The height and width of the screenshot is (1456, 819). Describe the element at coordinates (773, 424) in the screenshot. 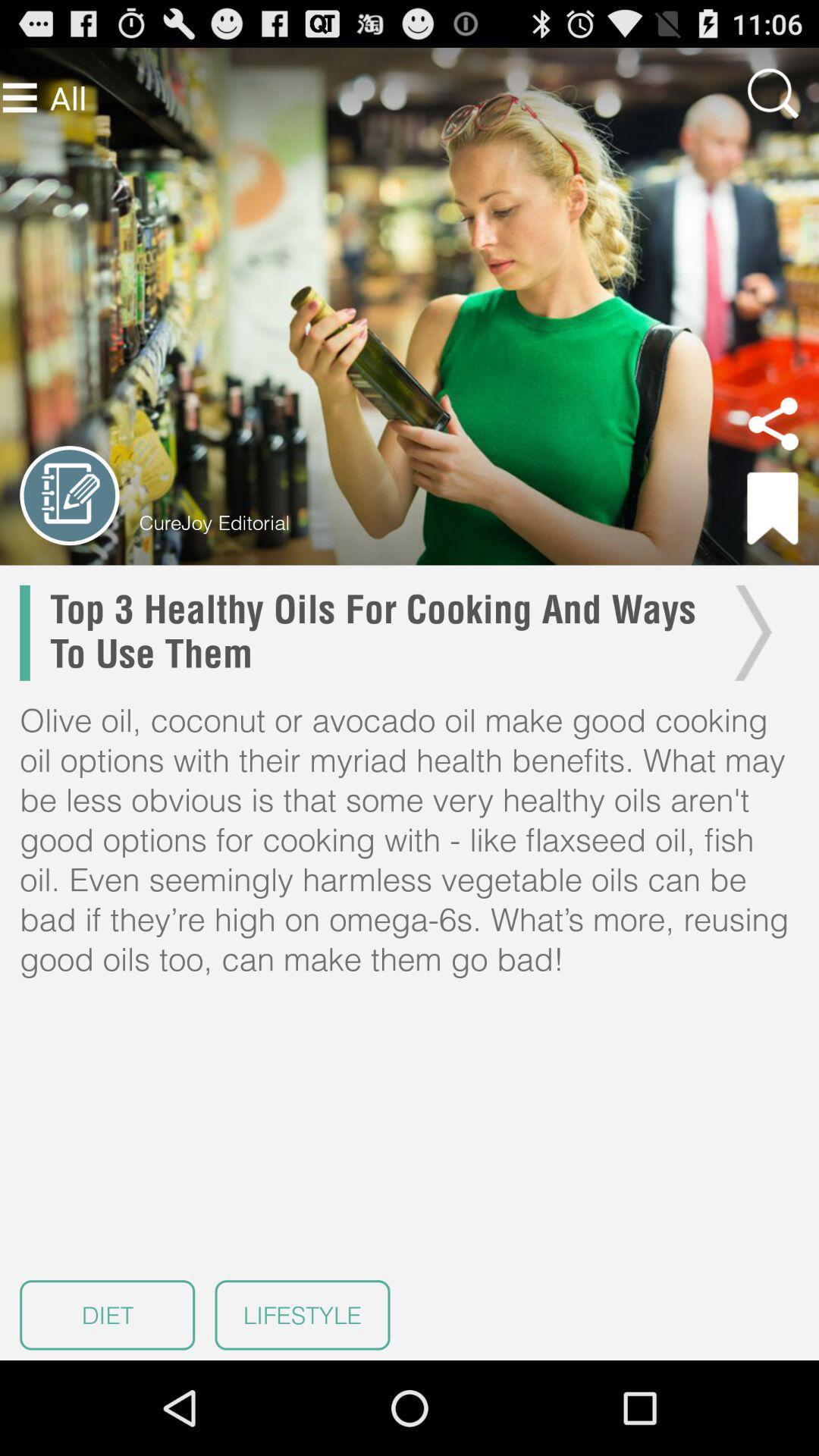

I see `share the article` at that location.